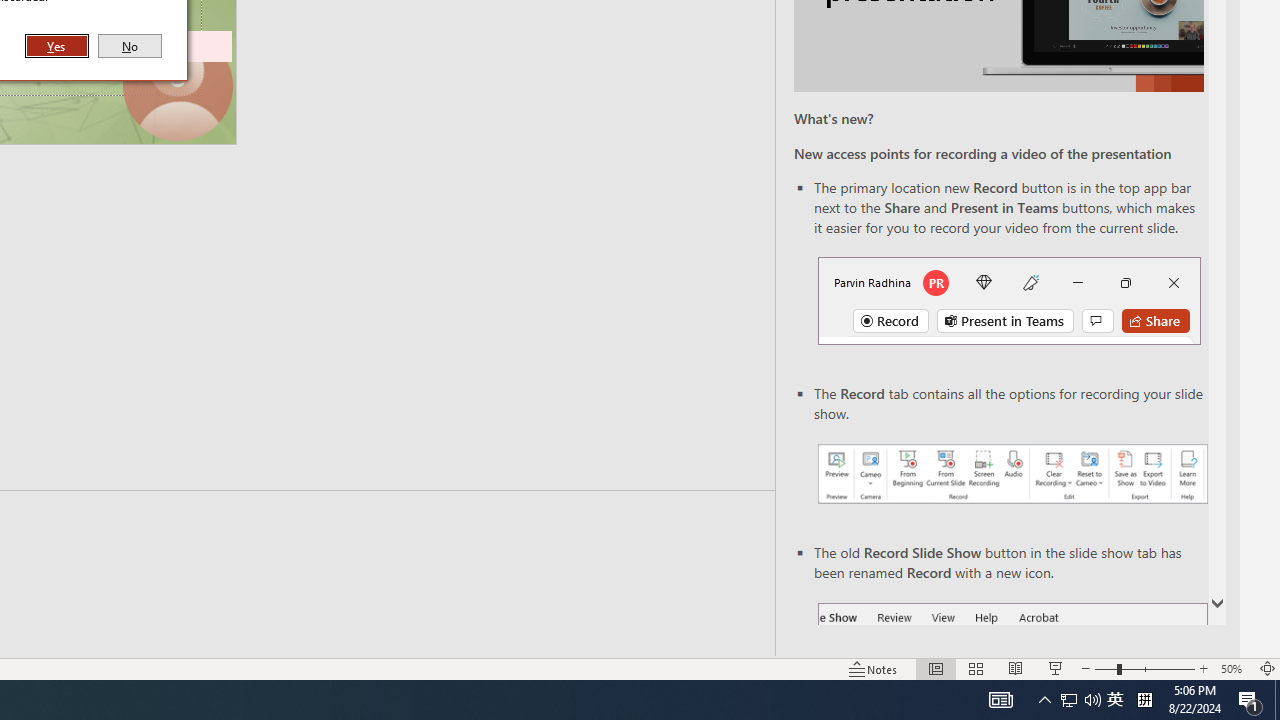 The image size is (1280, 720). Describe the element at coordinates (1092, 698) in the screenshot. I see `'Q2790: 100%'` at that location.